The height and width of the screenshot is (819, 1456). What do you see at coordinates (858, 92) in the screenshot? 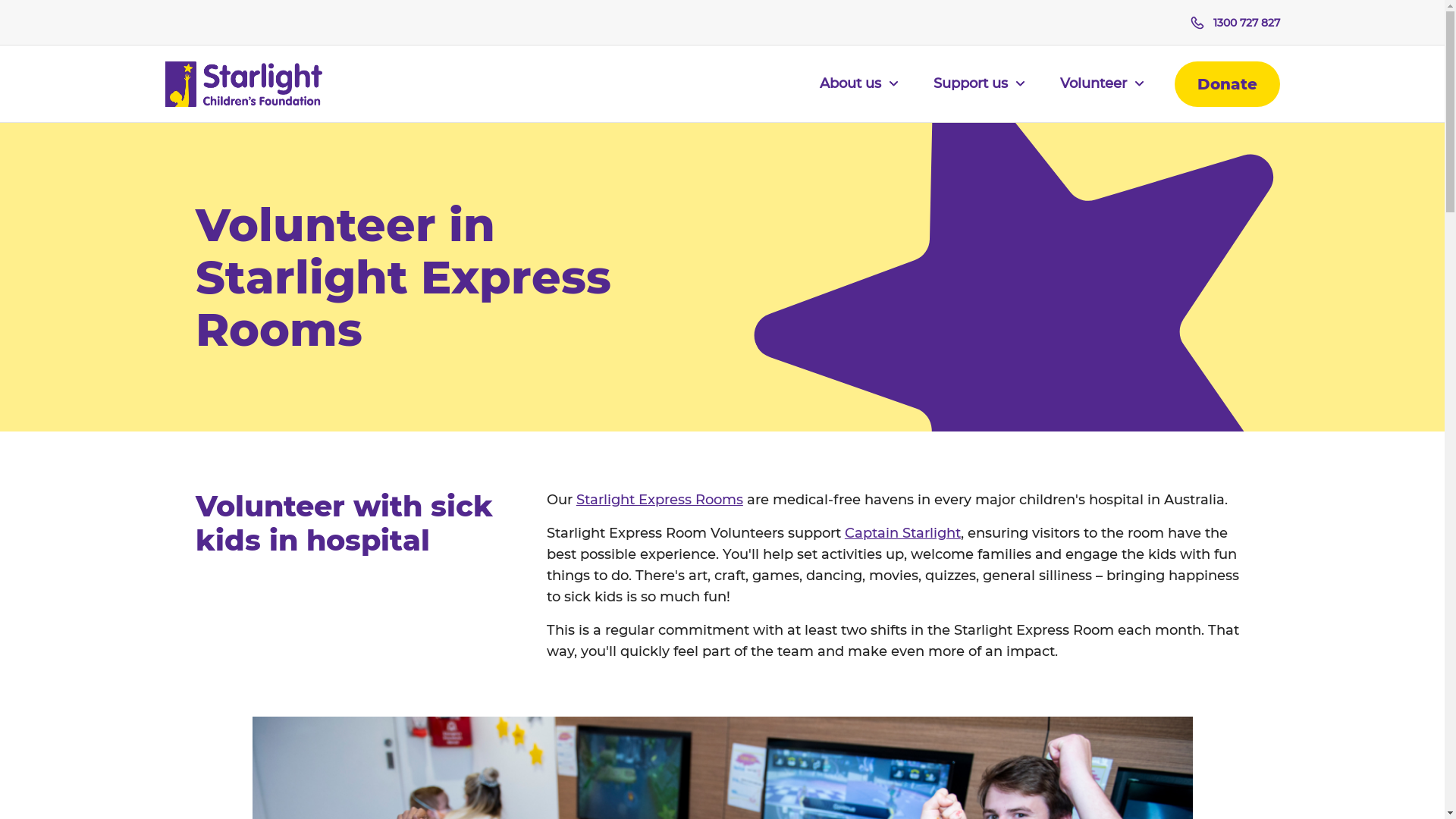
I see `'About us'` at bounding box center [858, 92].